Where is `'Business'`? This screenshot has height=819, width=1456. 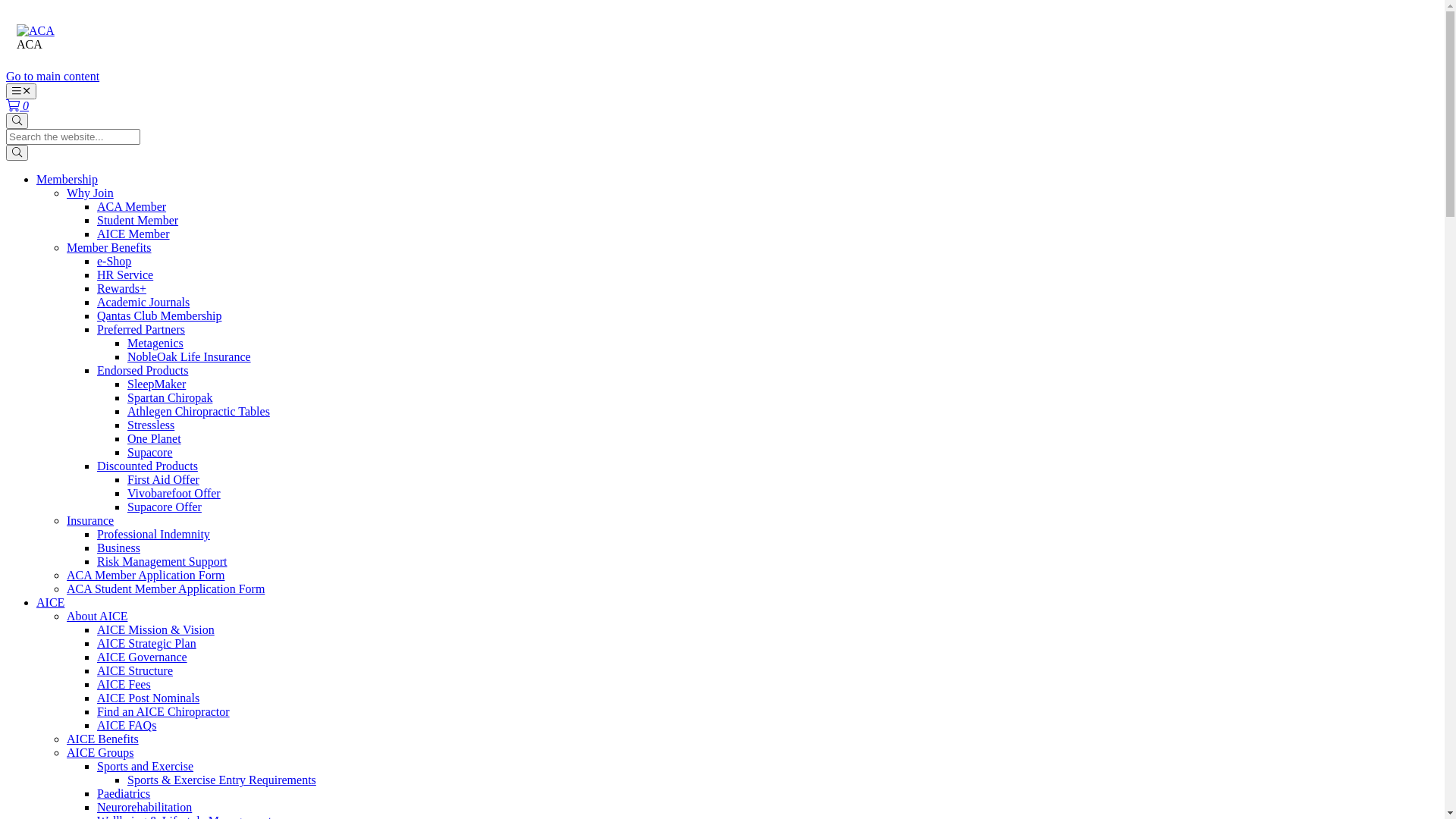 'Business' is located at coordinates (96, 548).